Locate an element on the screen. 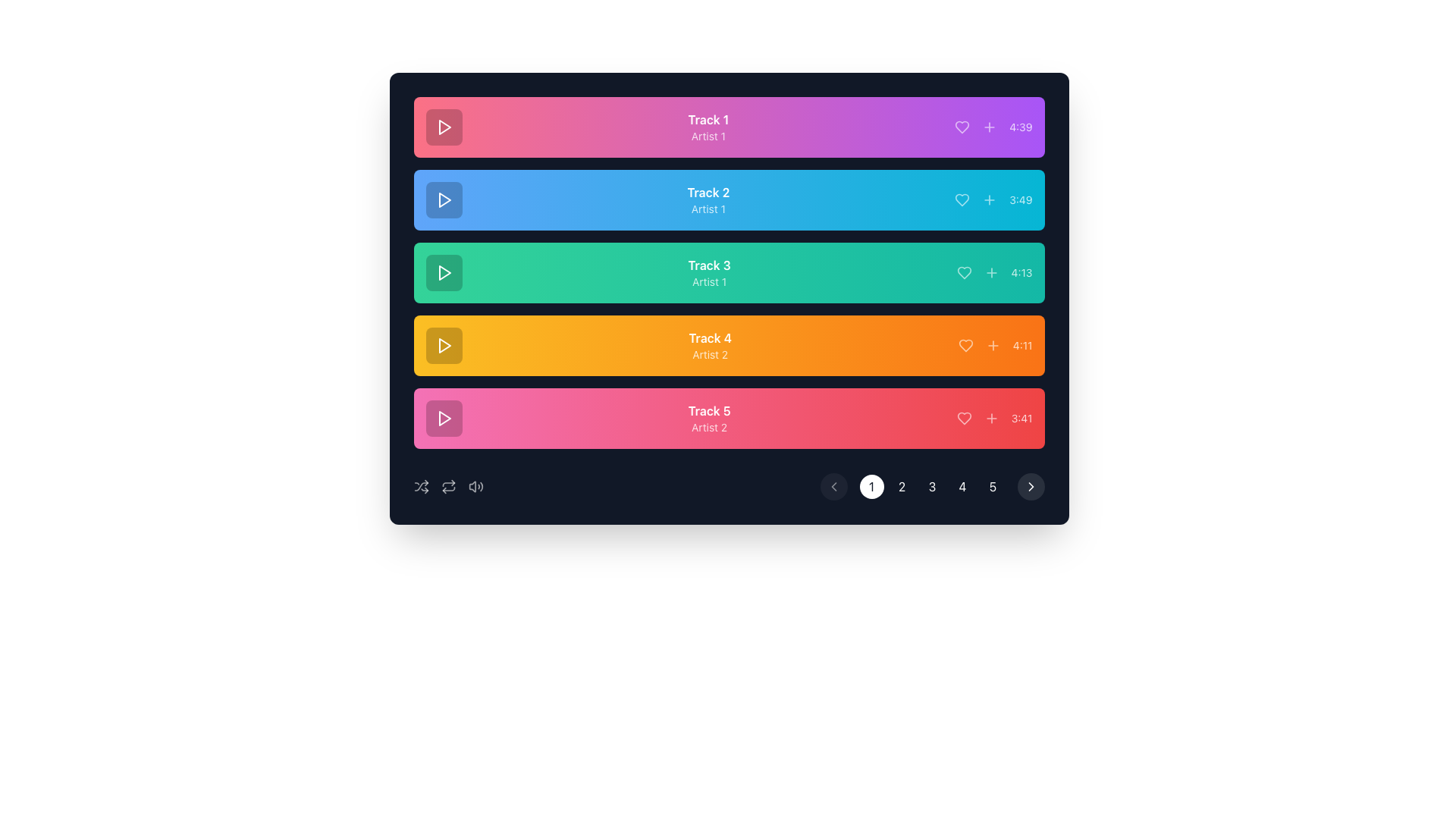 The width and height of the screenshot is (1456, 819). the play button for 'Track 1' to initiate playback of the associated track is located at coordinates (443, 127).